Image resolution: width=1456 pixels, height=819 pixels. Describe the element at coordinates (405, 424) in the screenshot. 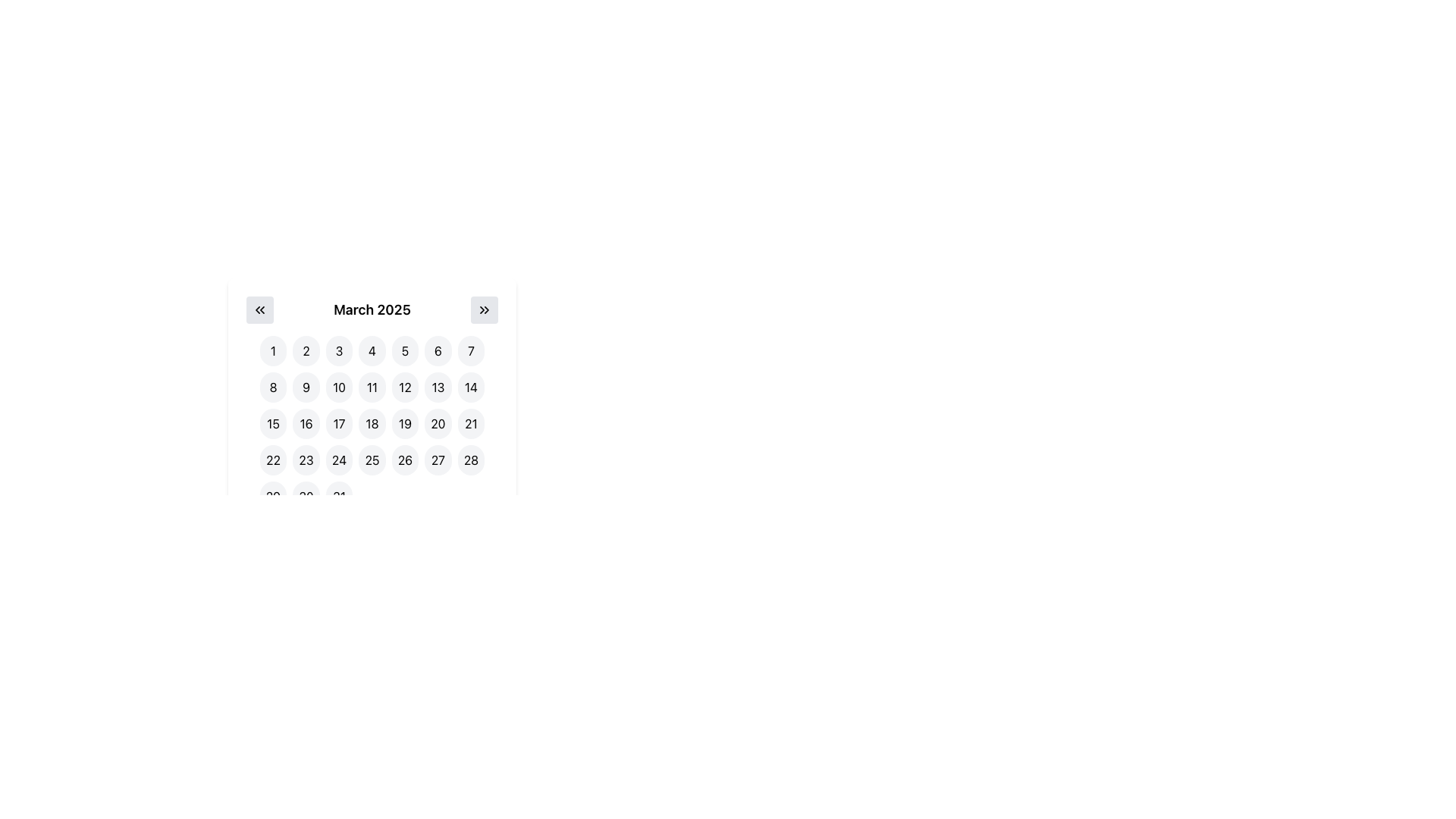

I see `the calendar button representing the 19th day, located` at that location.